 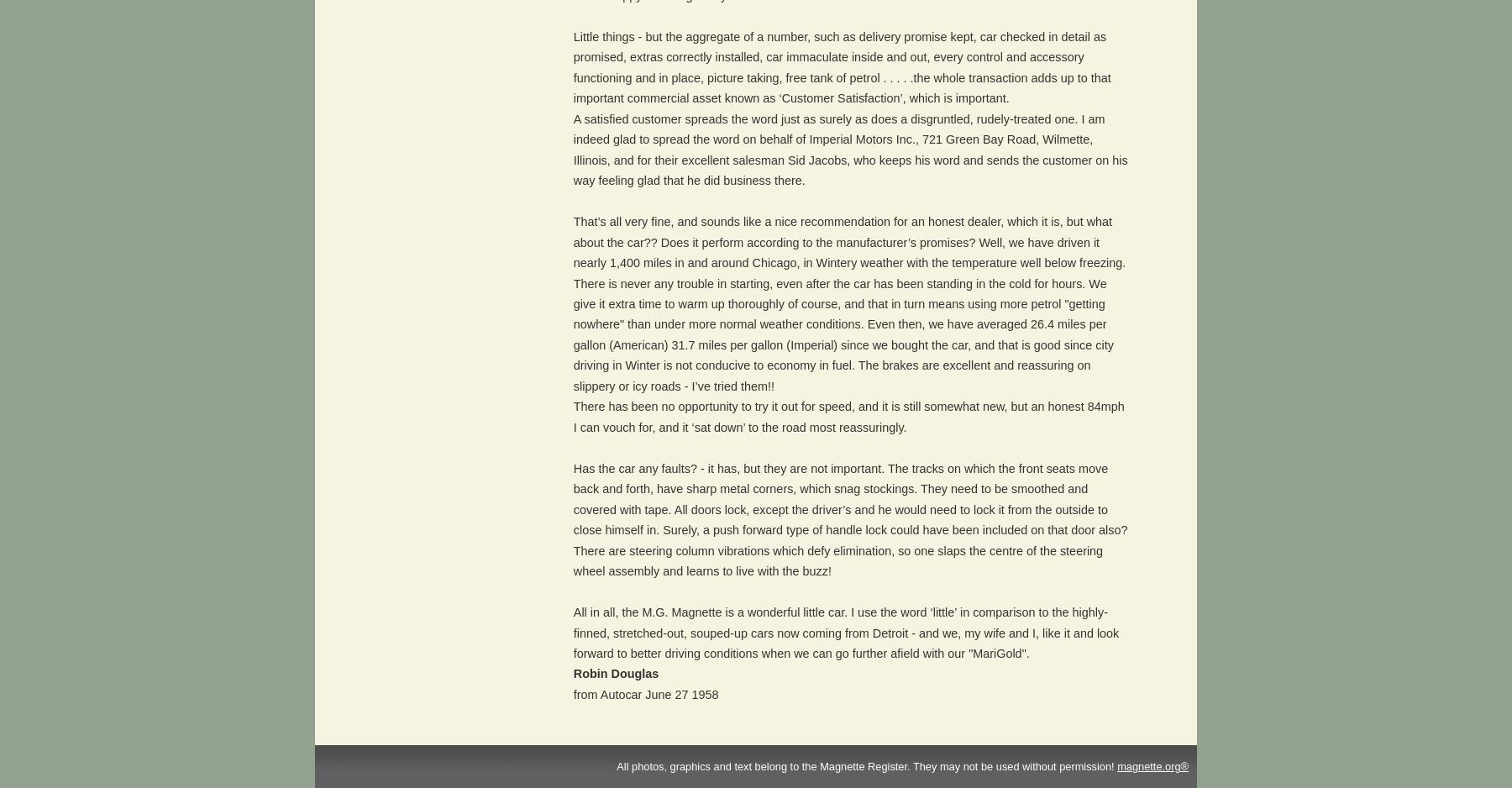 I want to click on 'Little things - but the aggregate of a number, such as delivery promise kept, car checked in detail as promised, extras correctly installed, car immaculate inside and out, every control and accessory functioning and in place, picture taking, free tank of petrol . . . . .the whole transaction adds up to that important commercial asset known as ‘Customer Satisfaction’, which is important.', so click(x=572, y=67).